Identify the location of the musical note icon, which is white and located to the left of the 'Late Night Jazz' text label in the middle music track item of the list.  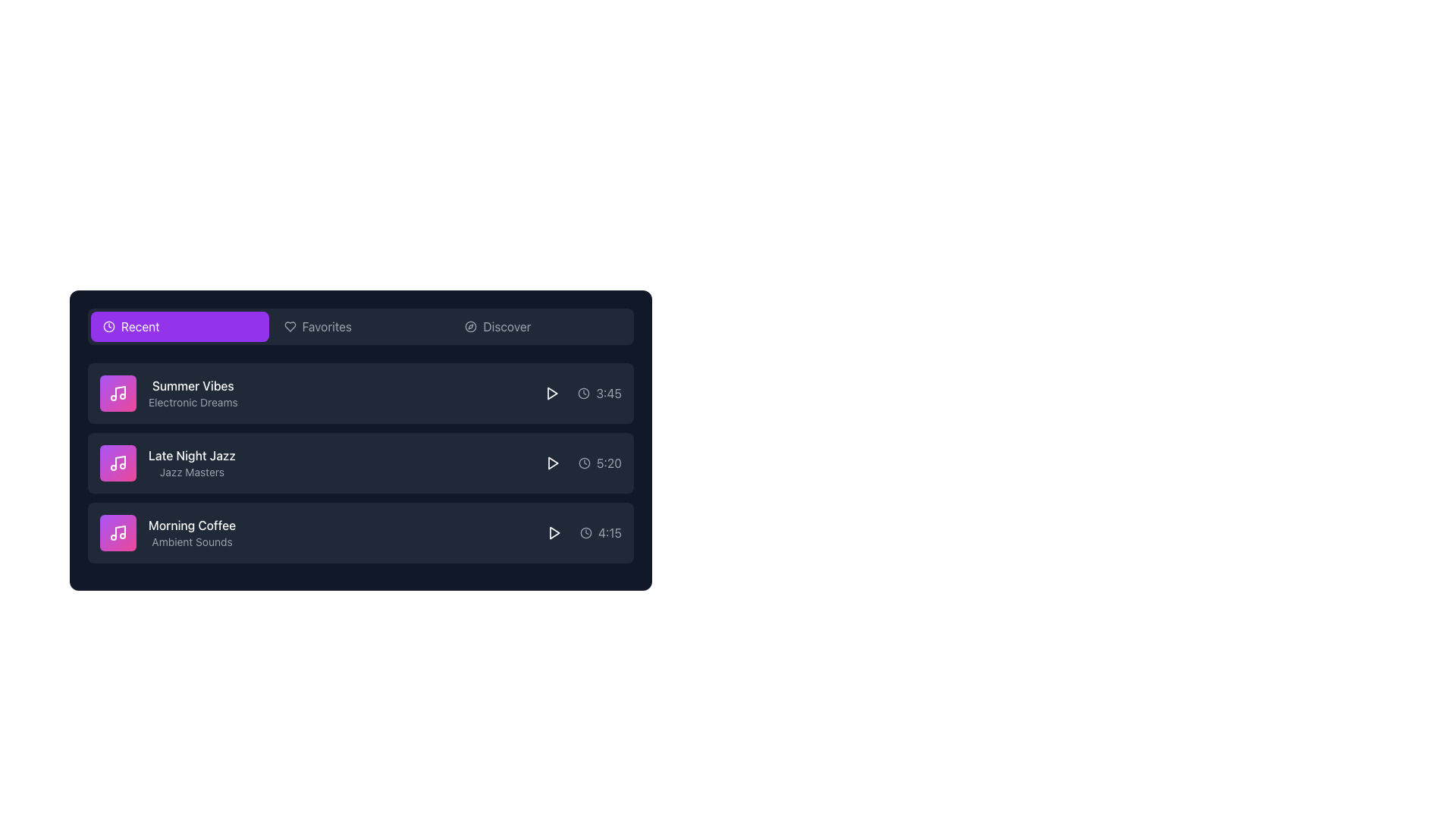
(118, 462).